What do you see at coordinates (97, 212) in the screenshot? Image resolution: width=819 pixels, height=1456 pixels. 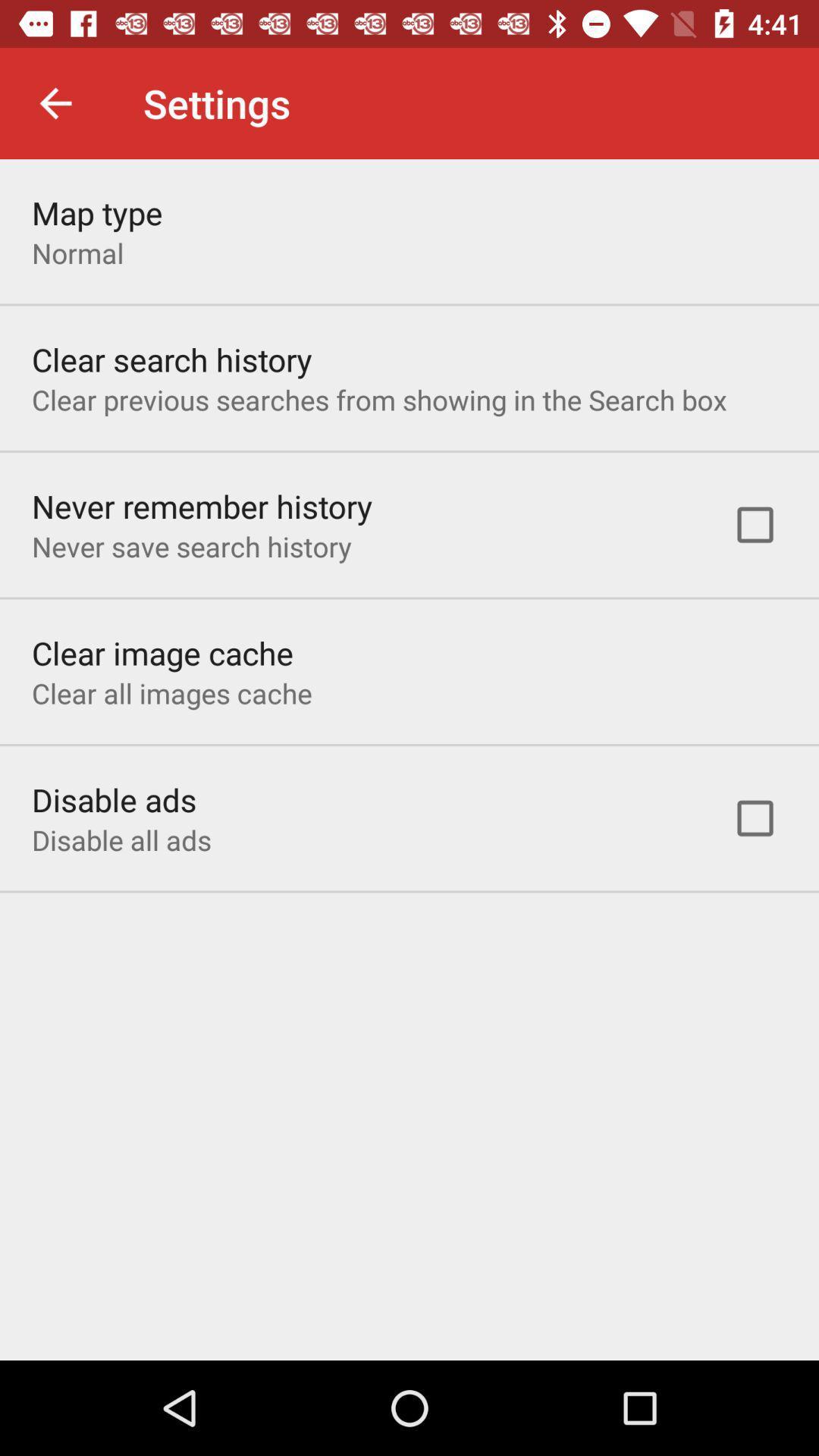 I see `item above the normal icon` at bounding box center [97, 212].